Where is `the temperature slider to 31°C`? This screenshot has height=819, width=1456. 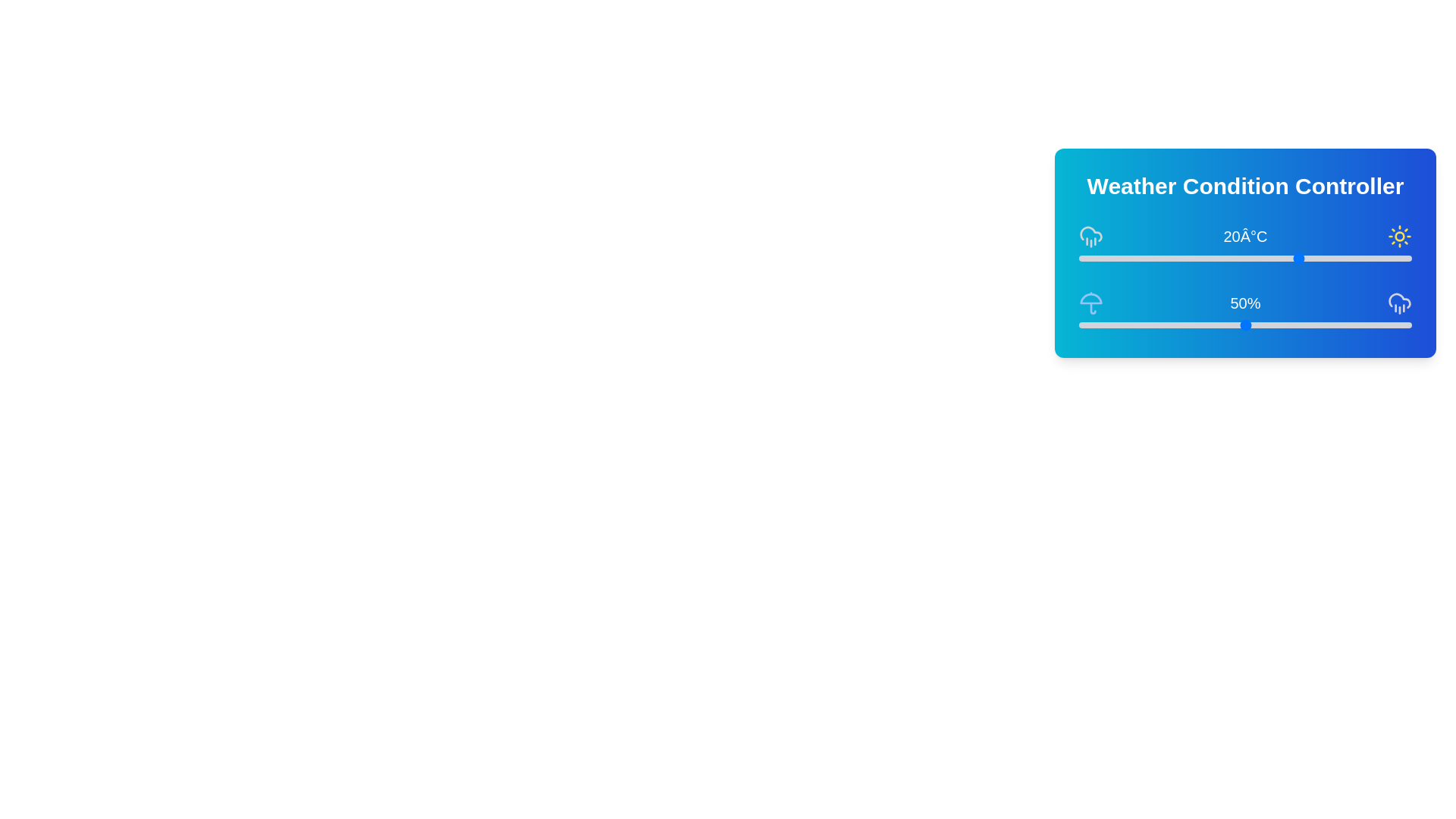 the temperature slider to 31°C is located at coordinates (1362, 257).